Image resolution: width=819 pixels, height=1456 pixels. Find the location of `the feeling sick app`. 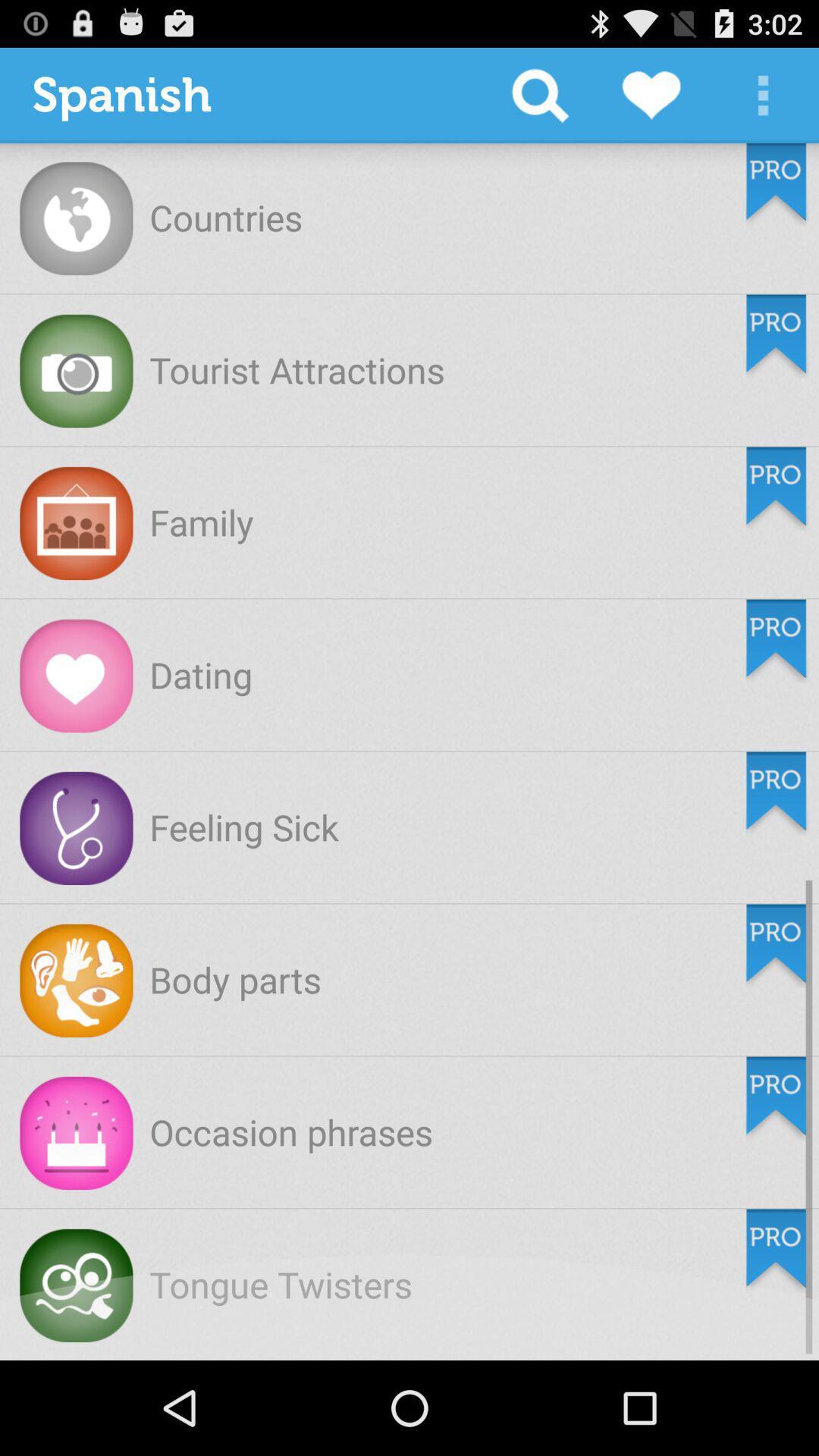

the feeling sick app is located at coordinates (243, 826).